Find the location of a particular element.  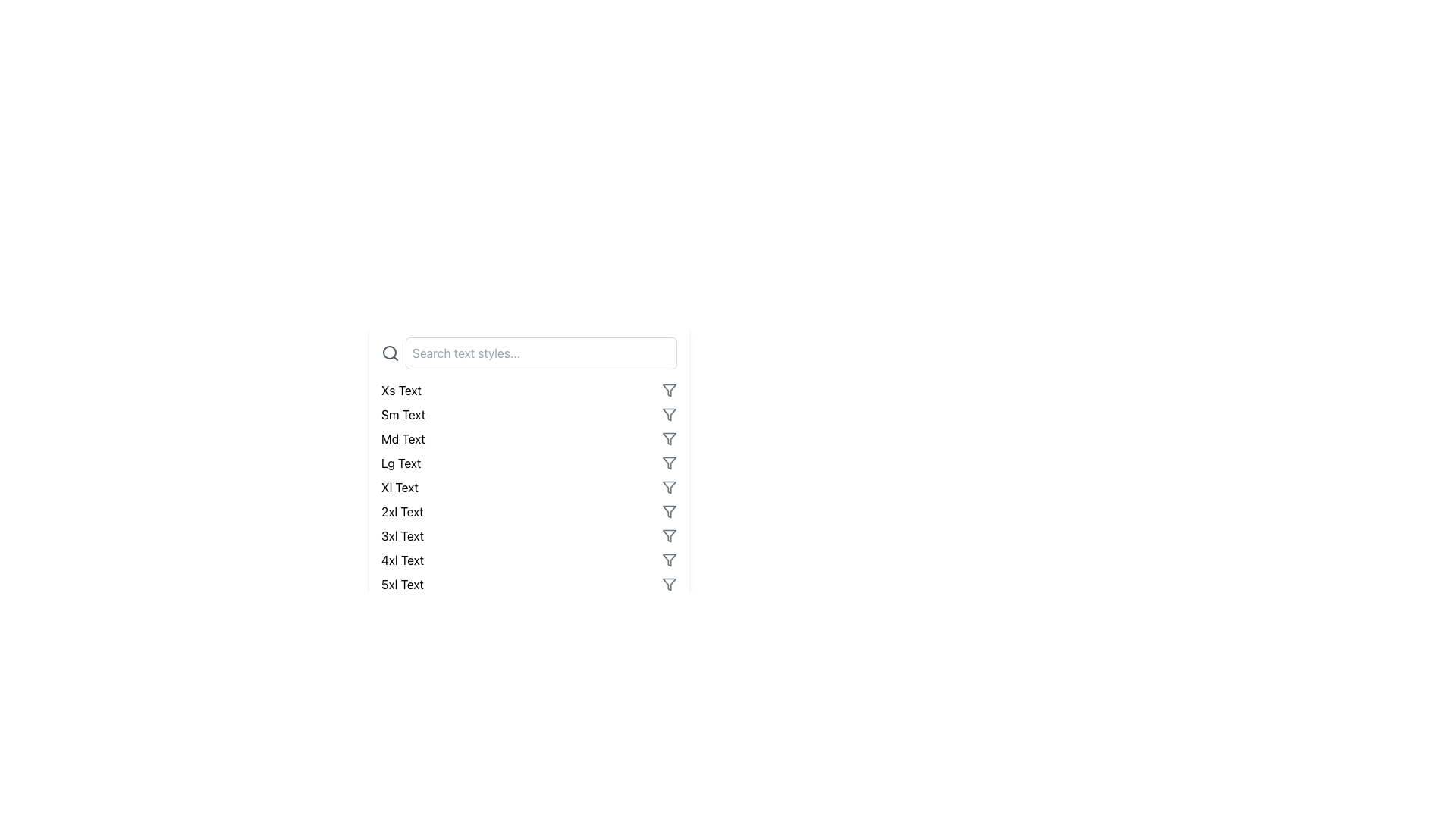

the filter icon located next to the '3xl Text' label to apply filters is located at coordinates (669, 535).